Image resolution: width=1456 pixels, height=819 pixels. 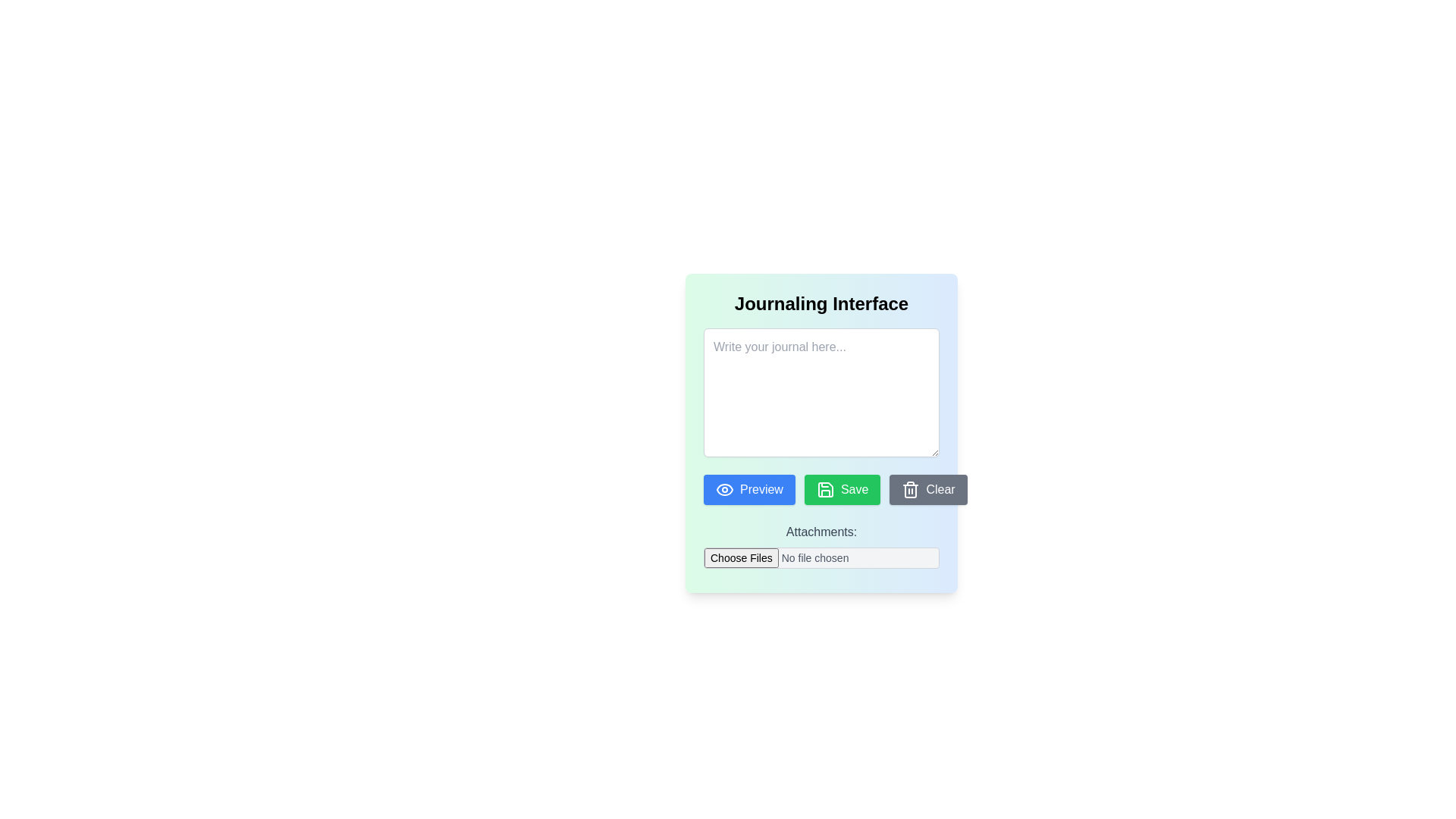 I want to click on the text label displaying 'Attachments:' which is styled in gray and positioned between the file upload button and actionable buttons, so click(x=821, y=532).